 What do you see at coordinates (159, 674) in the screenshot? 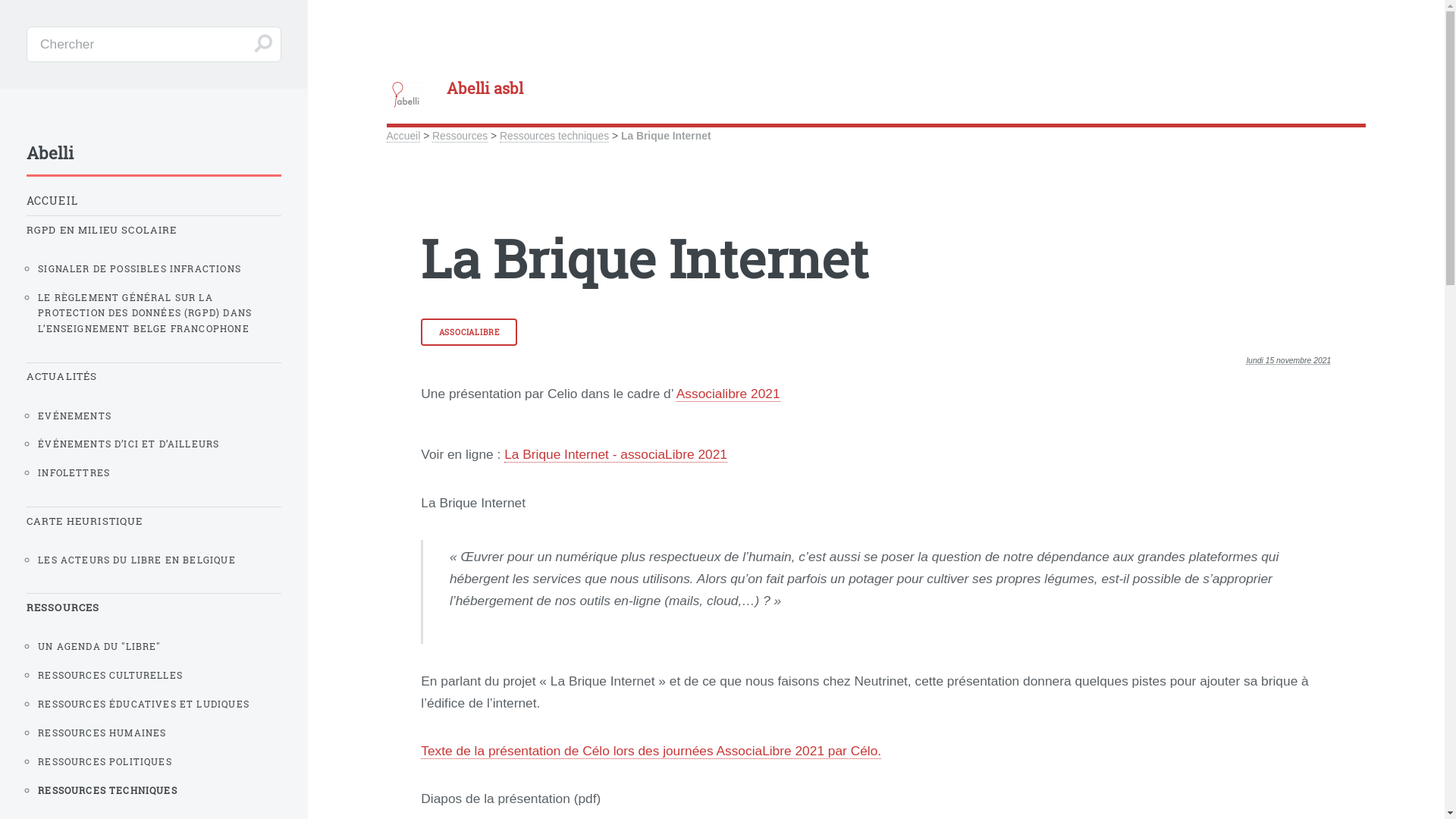
I see `'RESSOURCES CULTURELLES'` at bounding box center [159, 674].